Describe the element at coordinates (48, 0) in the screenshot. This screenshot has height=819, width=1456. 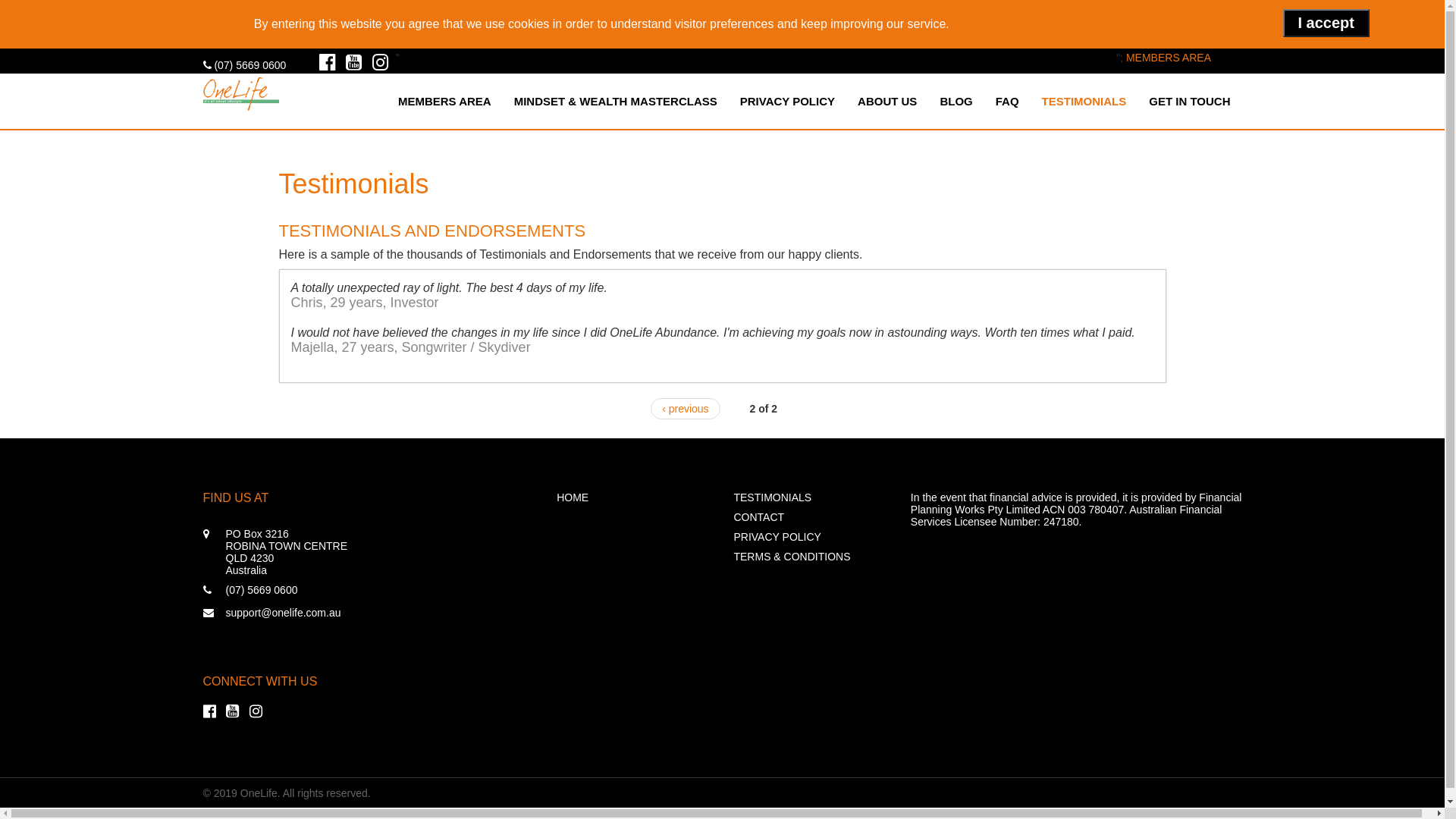
I see `'Skip to main content'` at that location.